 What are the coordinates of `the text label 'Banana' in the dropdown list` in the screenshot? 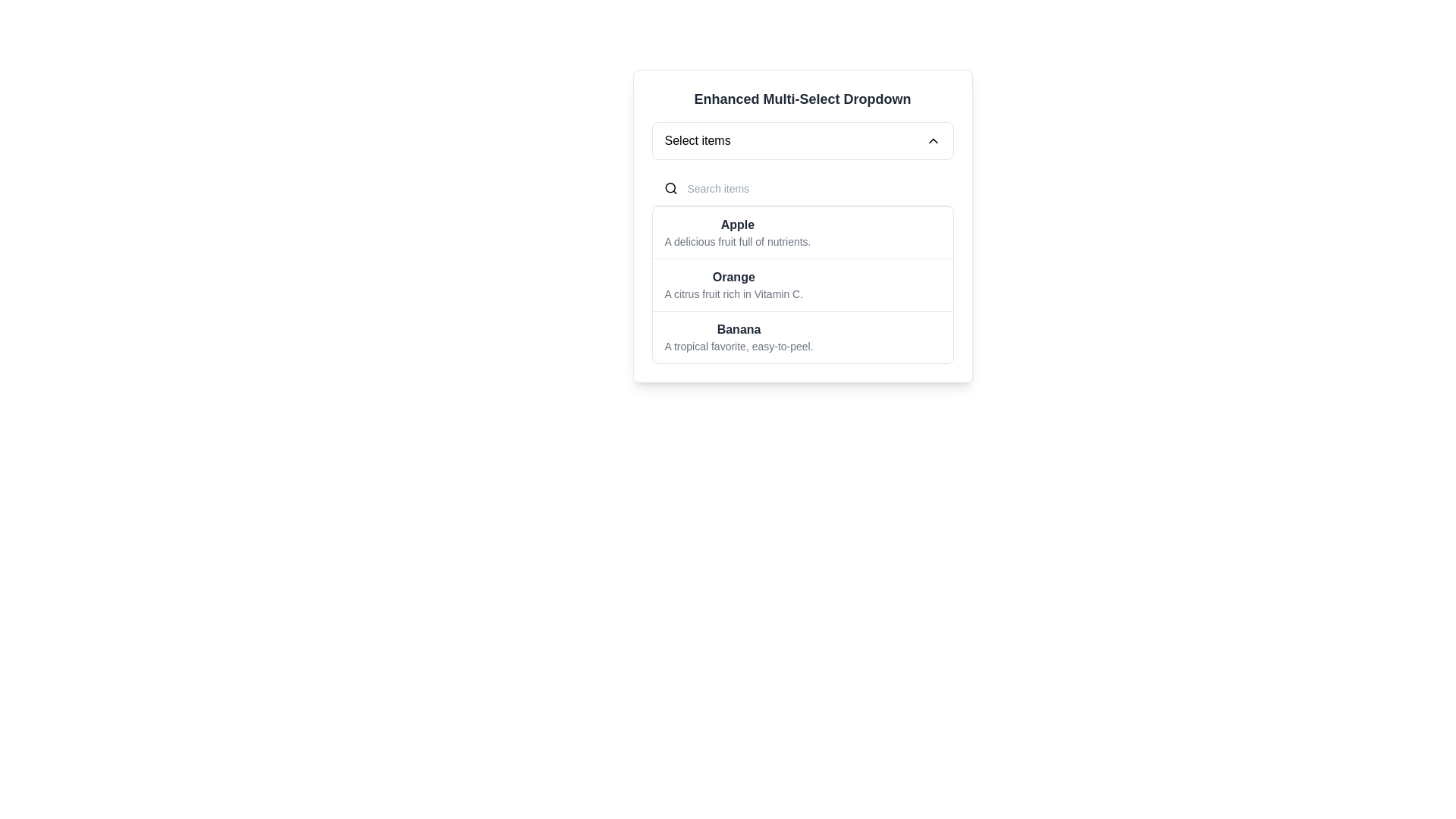 It's located at (739, 329).